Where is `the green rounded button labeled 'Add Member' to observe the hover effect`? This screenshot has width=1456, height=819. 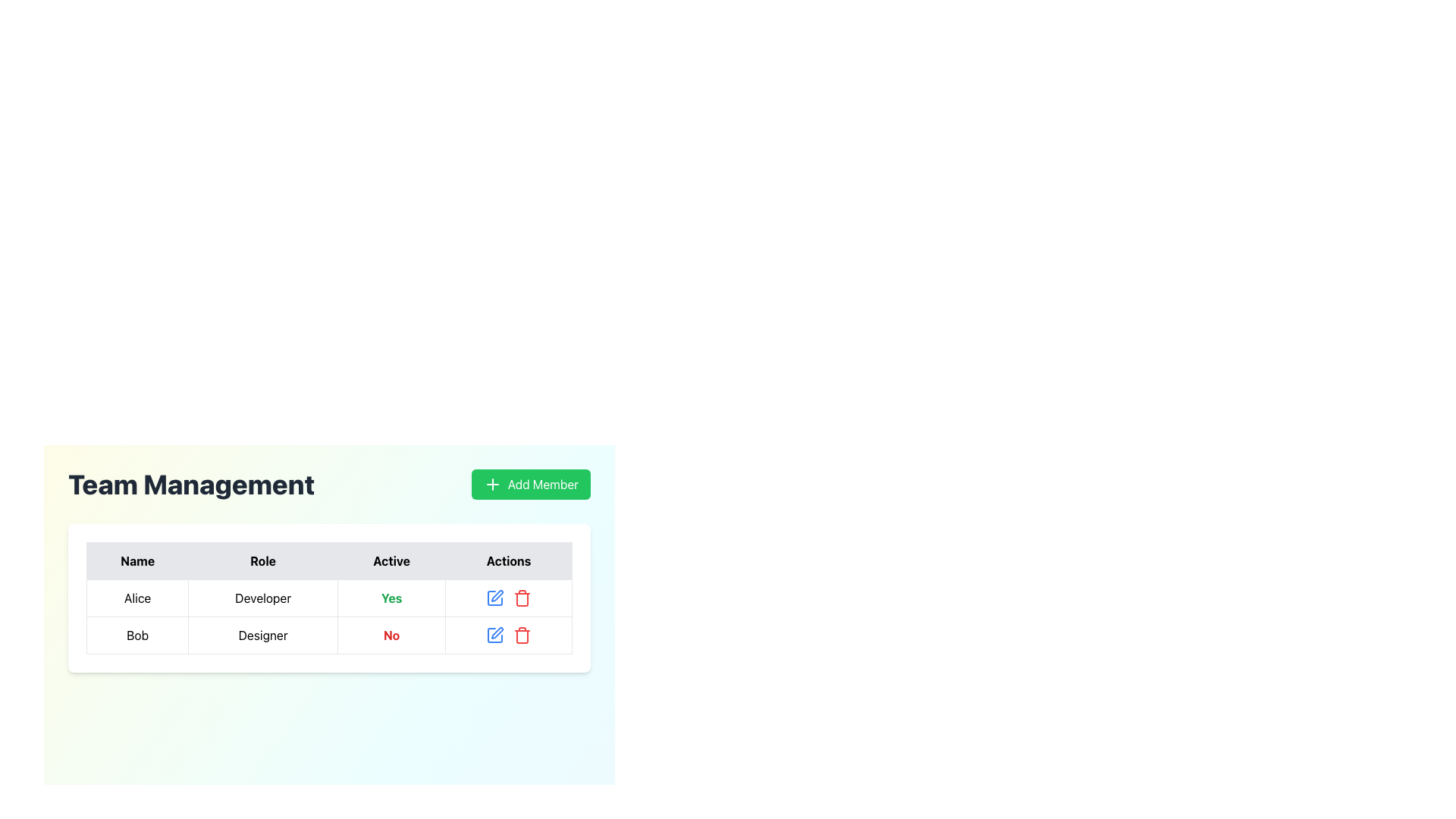 the green rounded button labeled 'Add Member' to observe the hover effect is located at coordinates (531, 485).